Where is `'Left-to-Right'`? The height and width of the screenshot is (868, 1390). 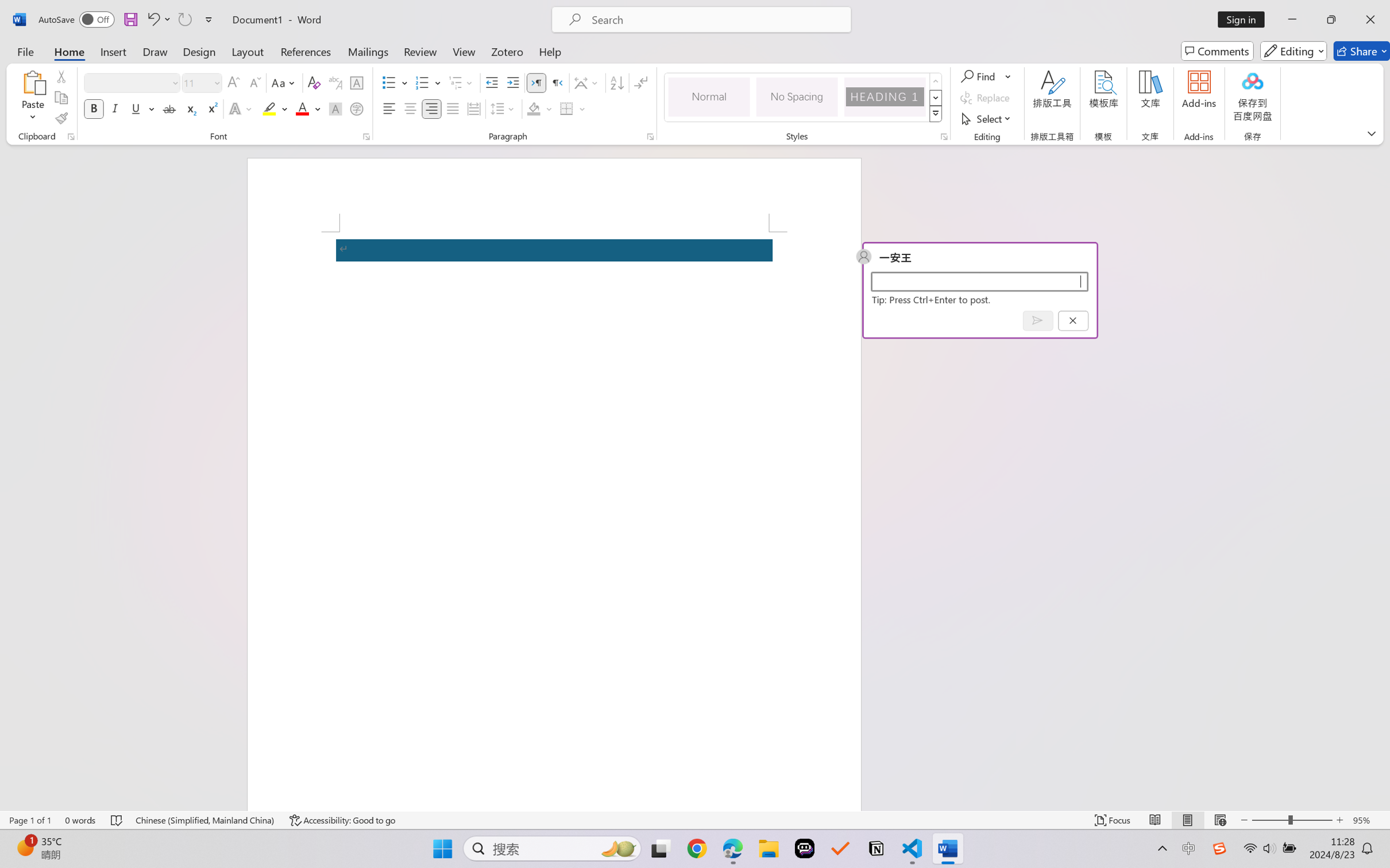
'Left-to-Right' is located at coordinates (536, 83).